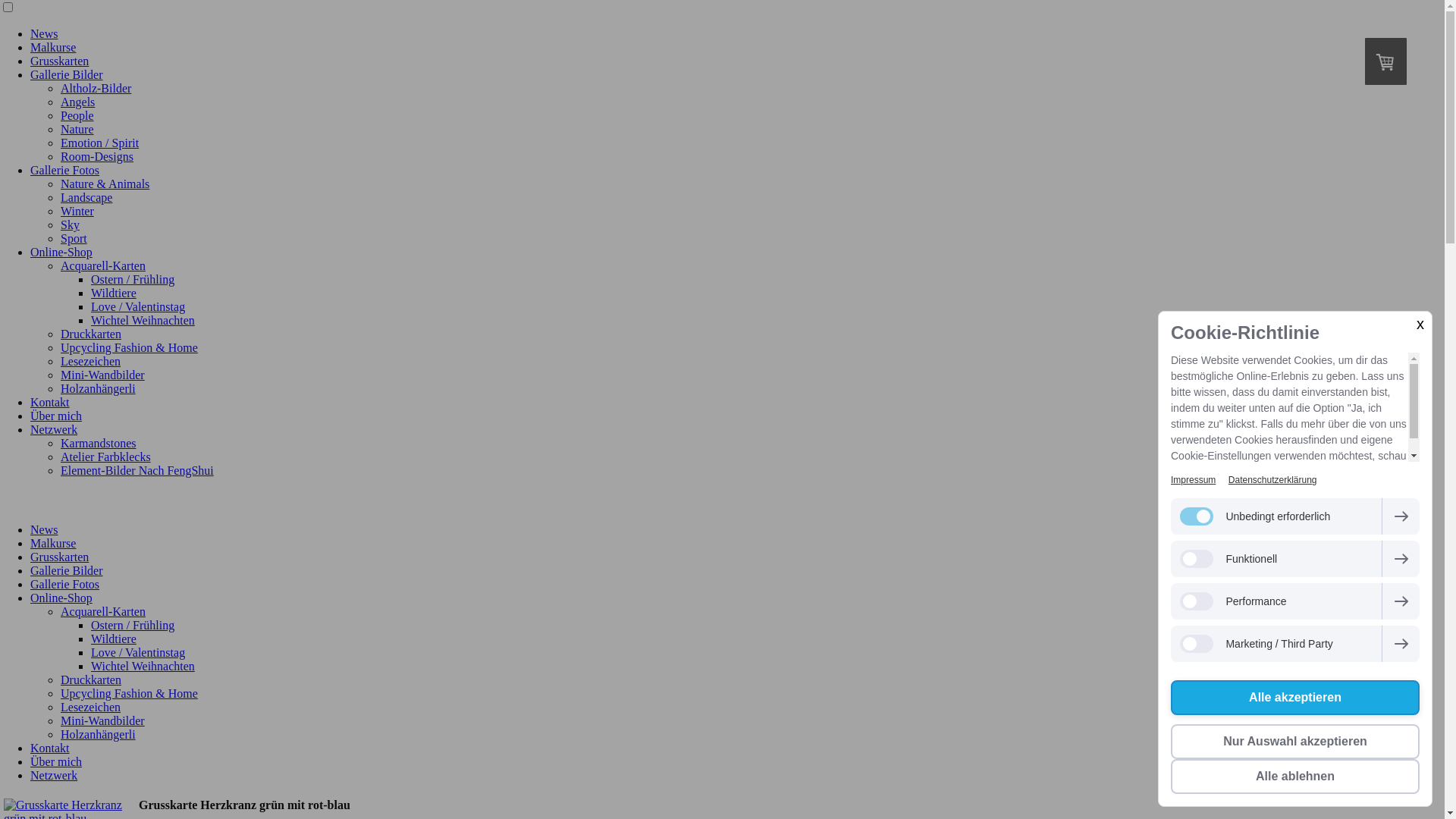 The image size is (1456, 819). Describe the element at coordinates (69, 224) in the screenshot. I see `'Sky'` at that location.